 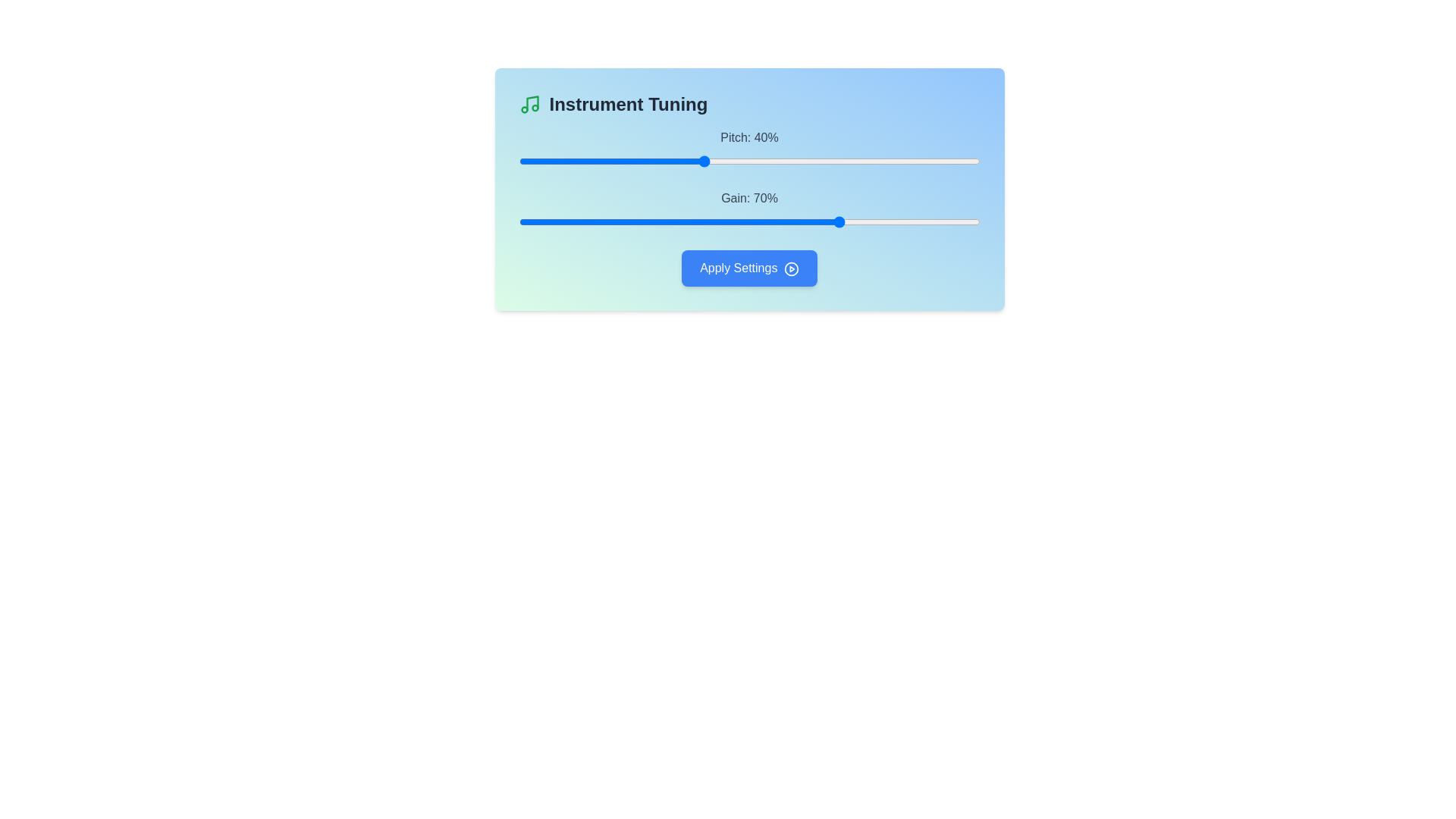 I want to click on the 'Apply Settings' button, so click(x=749, y=268).